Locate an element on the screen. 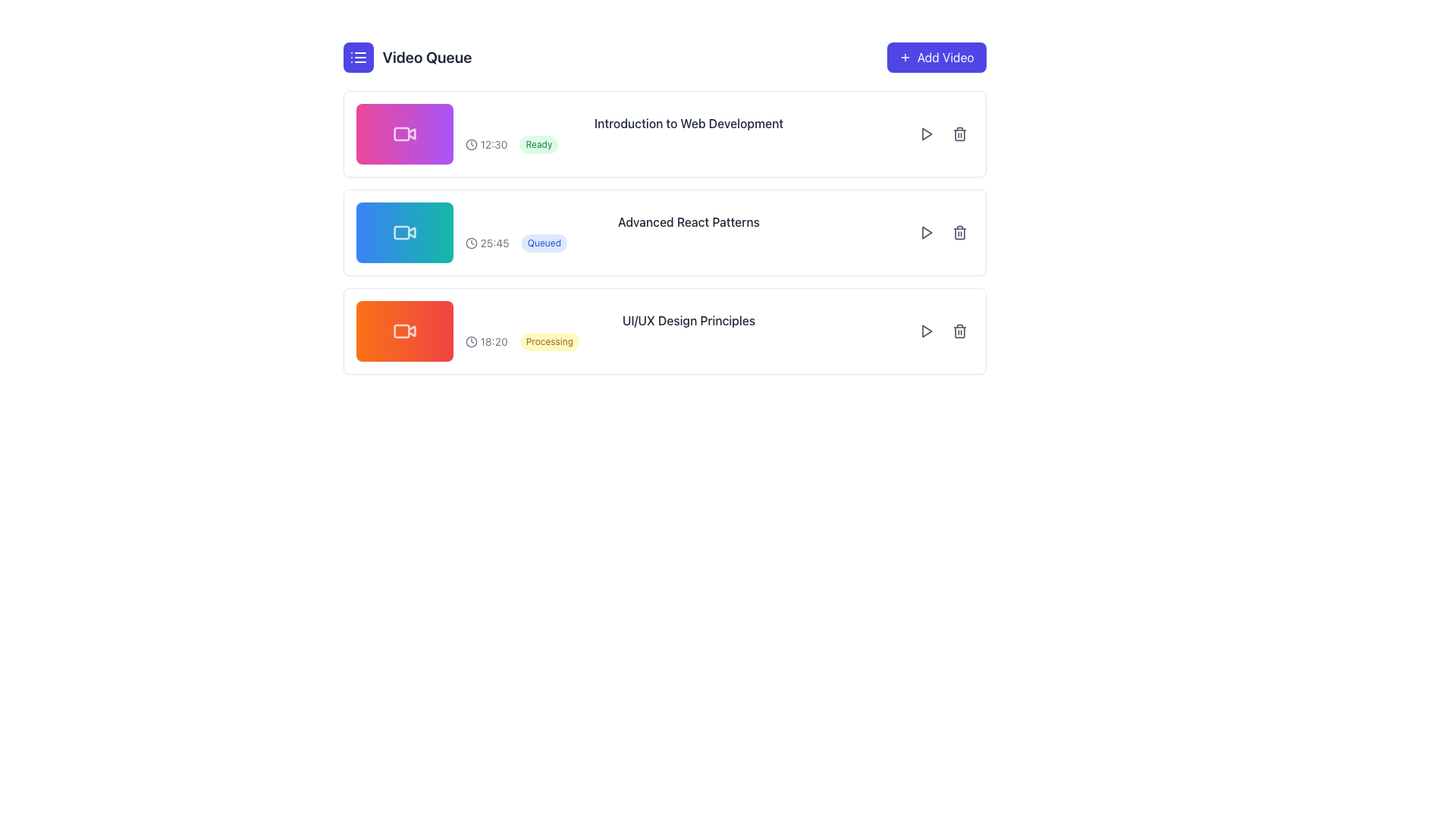  the button labeled 'Add Video' which has bold white text on a purple rounded rectangular background is located at coordinates (945, 57).